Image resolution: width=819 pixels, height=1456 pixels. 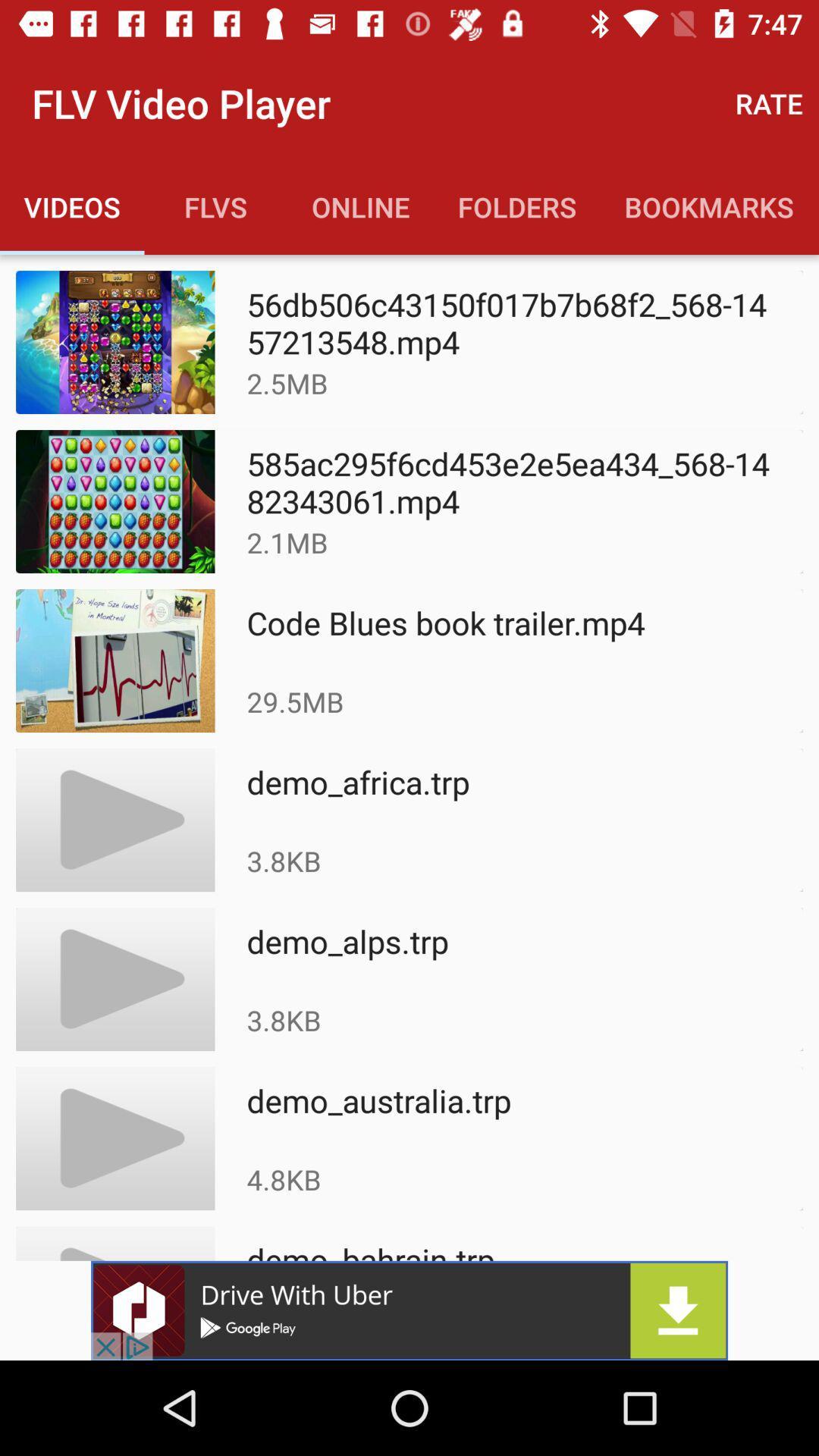 What do you see at coordinates (409, 1310) in the screenshot?
I see `app icon` at bounding box center [409, 1310].